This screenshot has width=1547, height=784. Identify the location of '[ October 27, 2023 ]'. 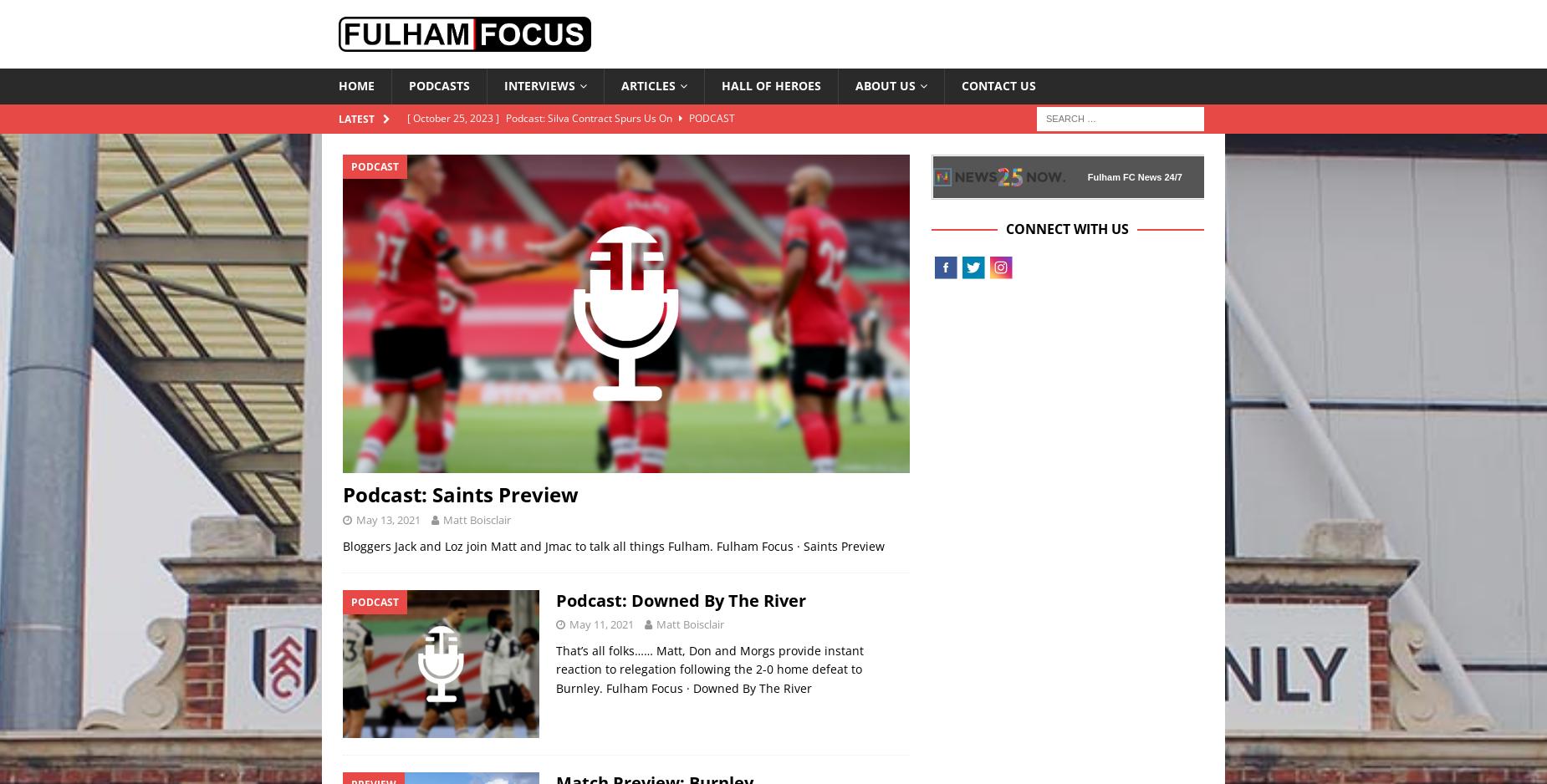
(406, 201).